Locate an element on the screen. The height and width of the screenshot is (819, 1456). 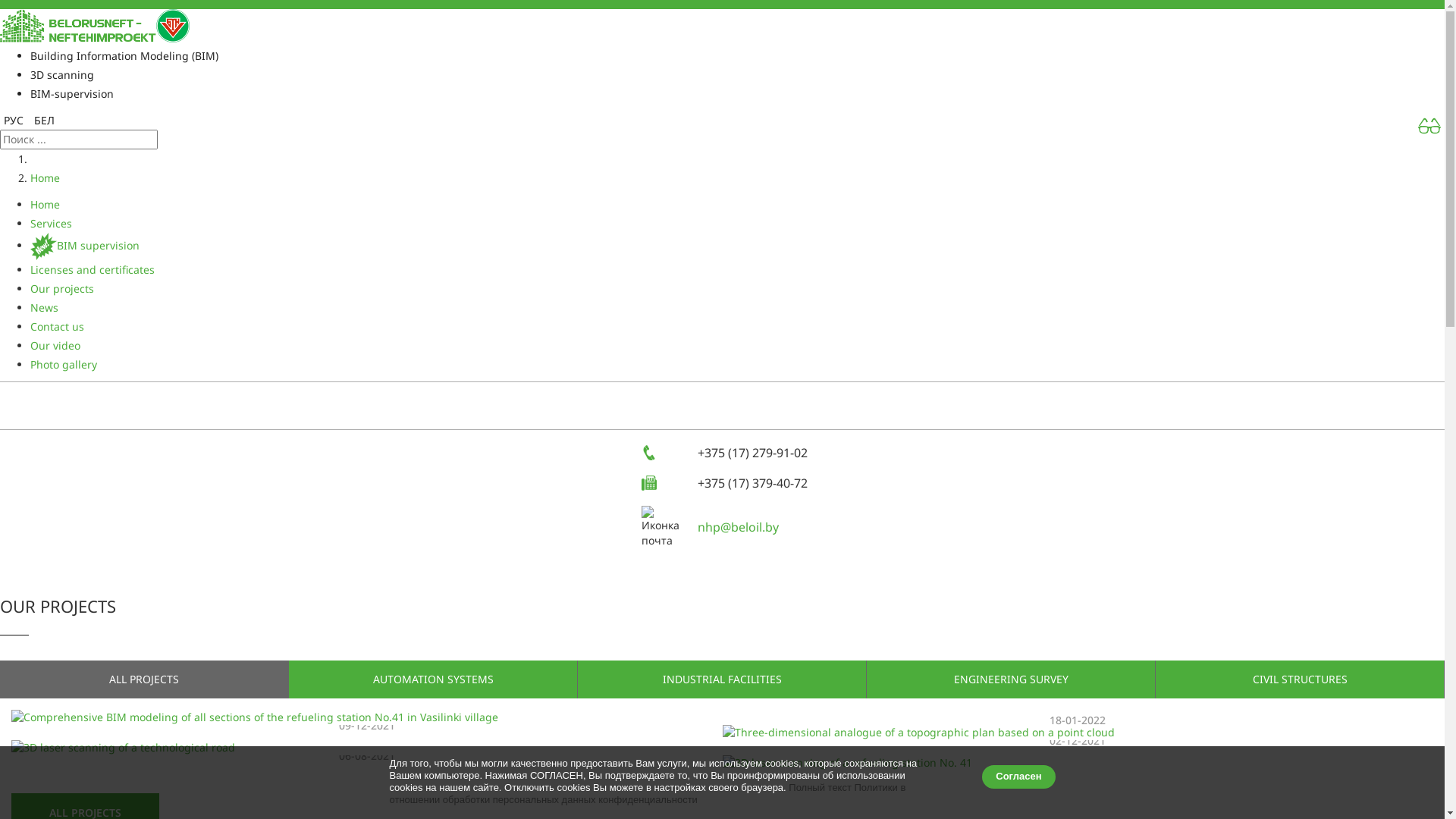
'Photo gallery' is located at coordinates (62, 364).